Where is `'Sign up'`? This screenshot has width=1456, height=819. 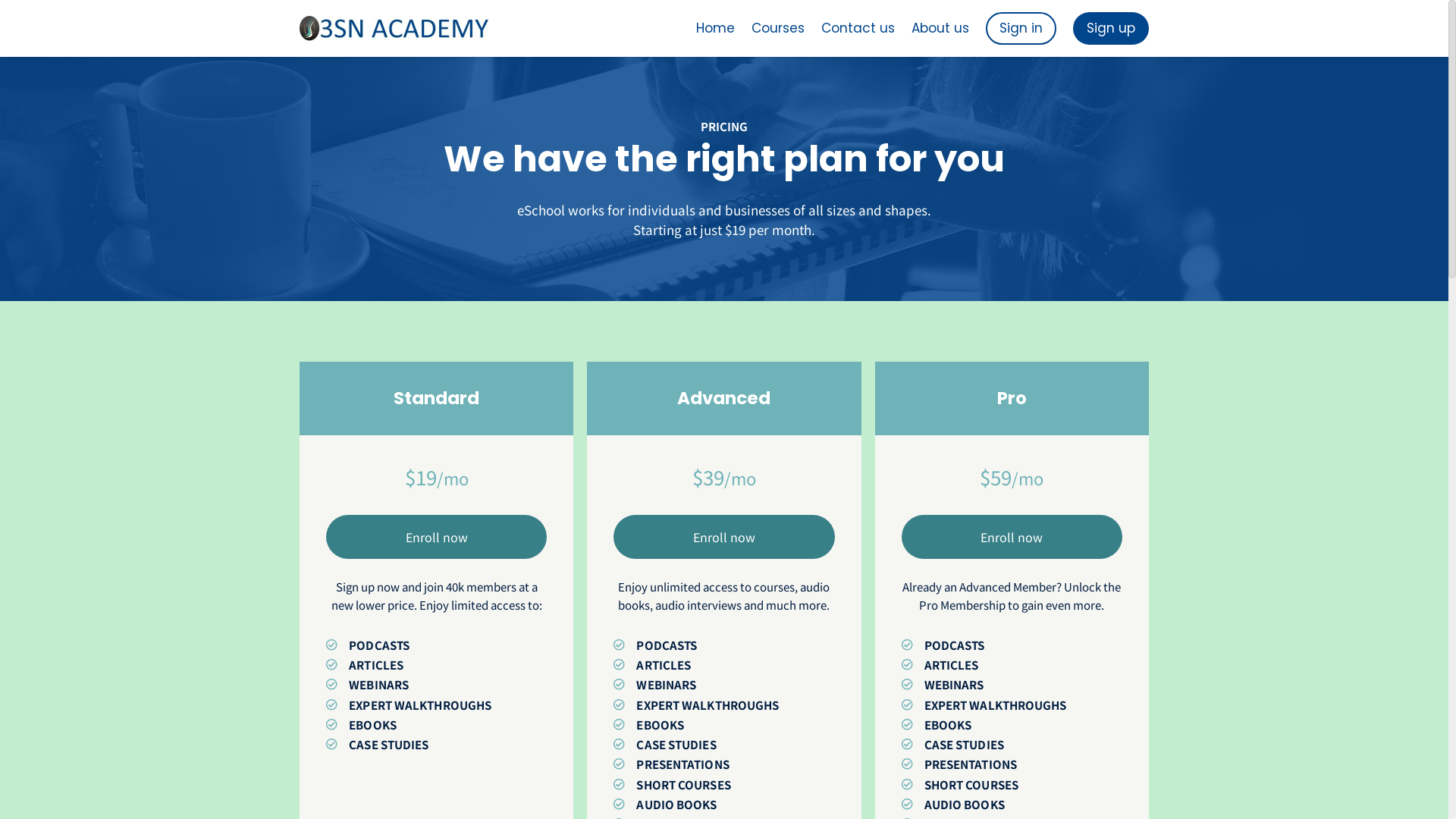
'Sign up' is located at coordinates (1110, 28).